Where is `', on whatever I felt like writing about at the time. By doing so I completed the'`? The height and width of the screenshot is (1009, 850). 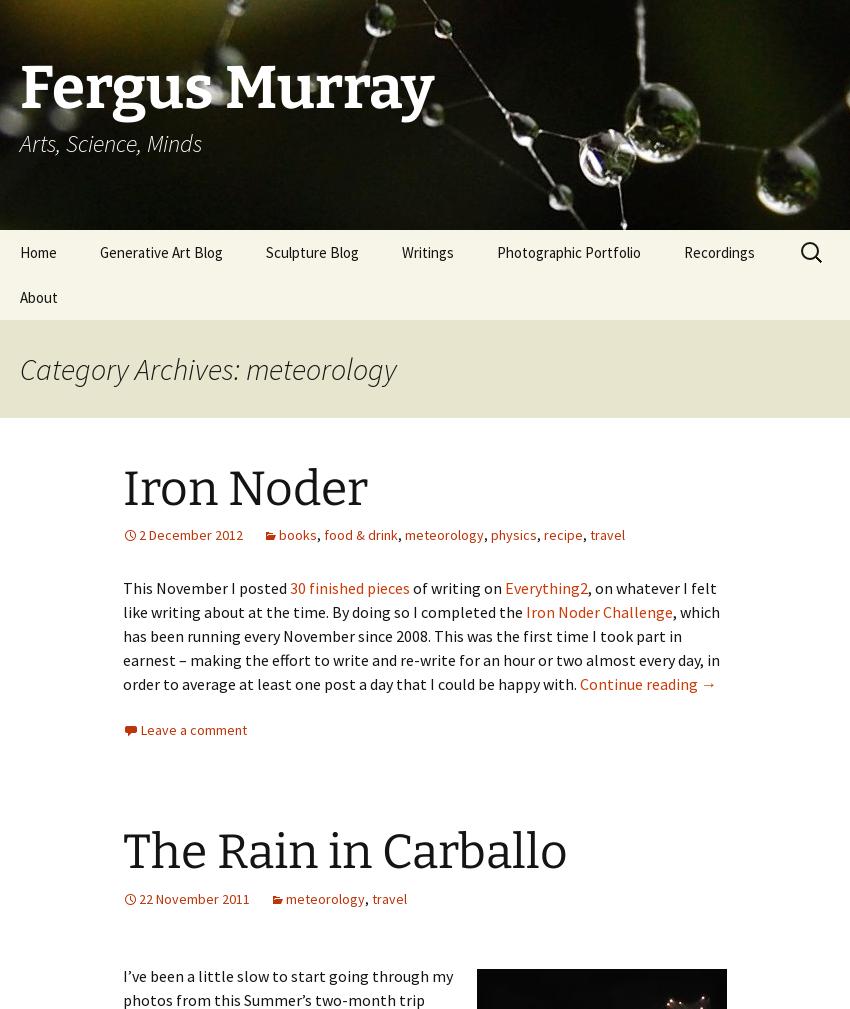
', on whatever I felt like writing about at the time. By doing so I completed the' is located at coordinates (419, 599).